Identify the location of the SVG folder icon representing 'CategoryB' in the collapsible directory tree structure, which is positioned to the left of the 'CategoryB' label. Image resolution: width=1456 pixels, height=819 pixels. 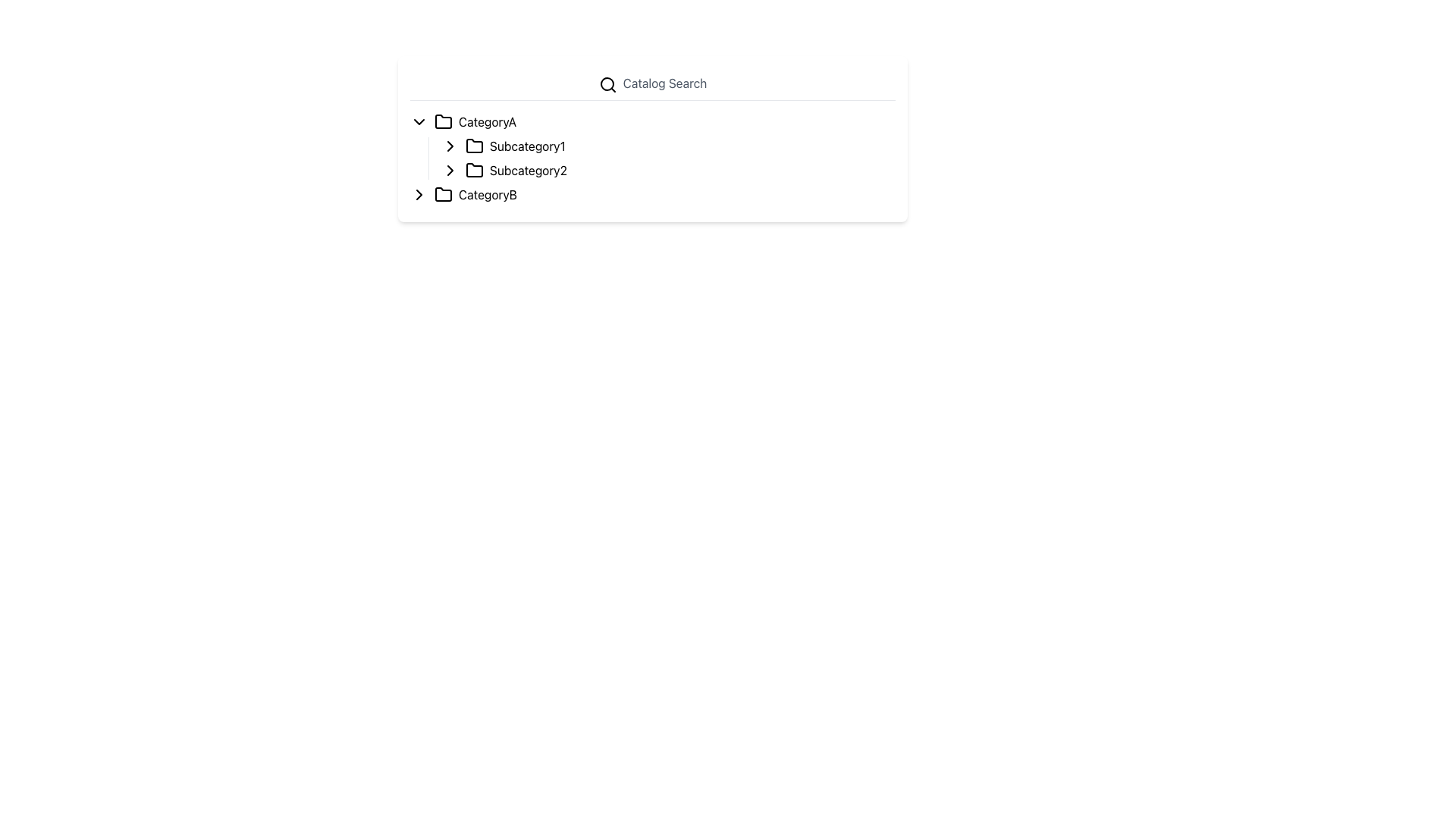
(443, 193).